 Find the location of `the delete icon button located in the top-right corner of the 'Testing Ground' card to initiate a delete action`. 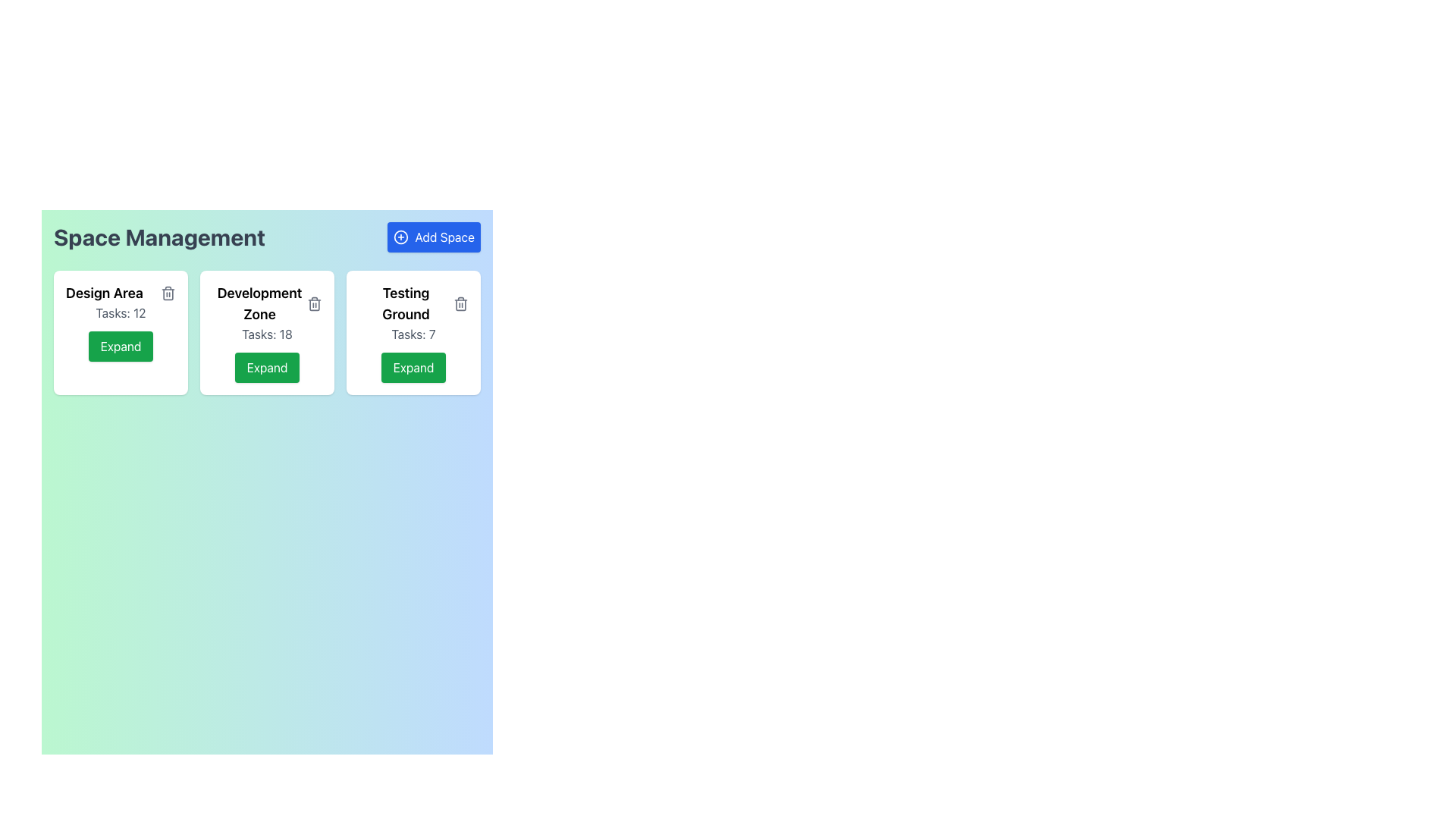

the delete icon button located in the top-right corner of the 'Testing Ground' card to initiate a delete action is located at coordinates (460, 304).